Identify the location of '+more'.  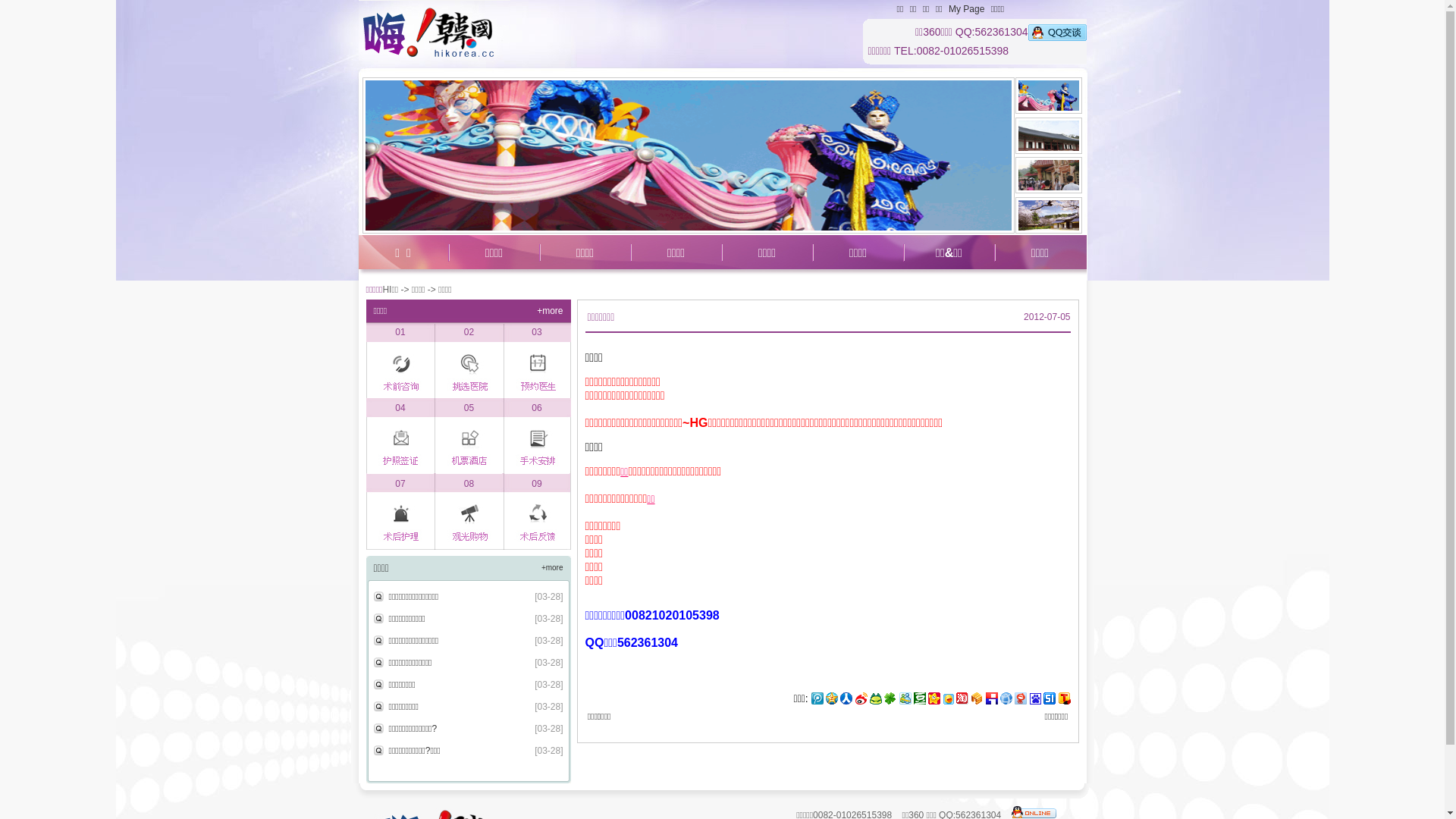
(548, 309).